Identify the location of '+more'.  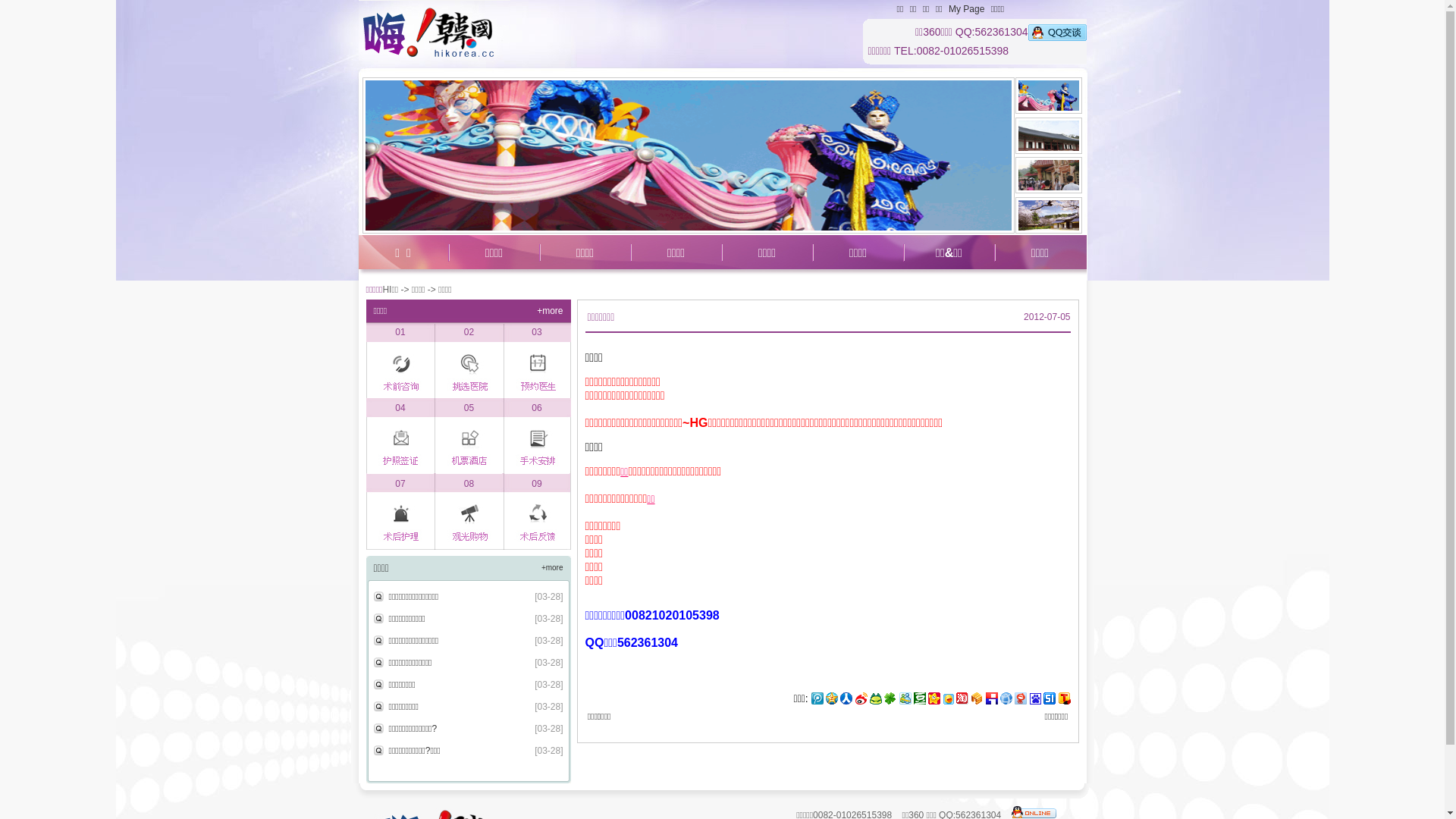
(548, 309).